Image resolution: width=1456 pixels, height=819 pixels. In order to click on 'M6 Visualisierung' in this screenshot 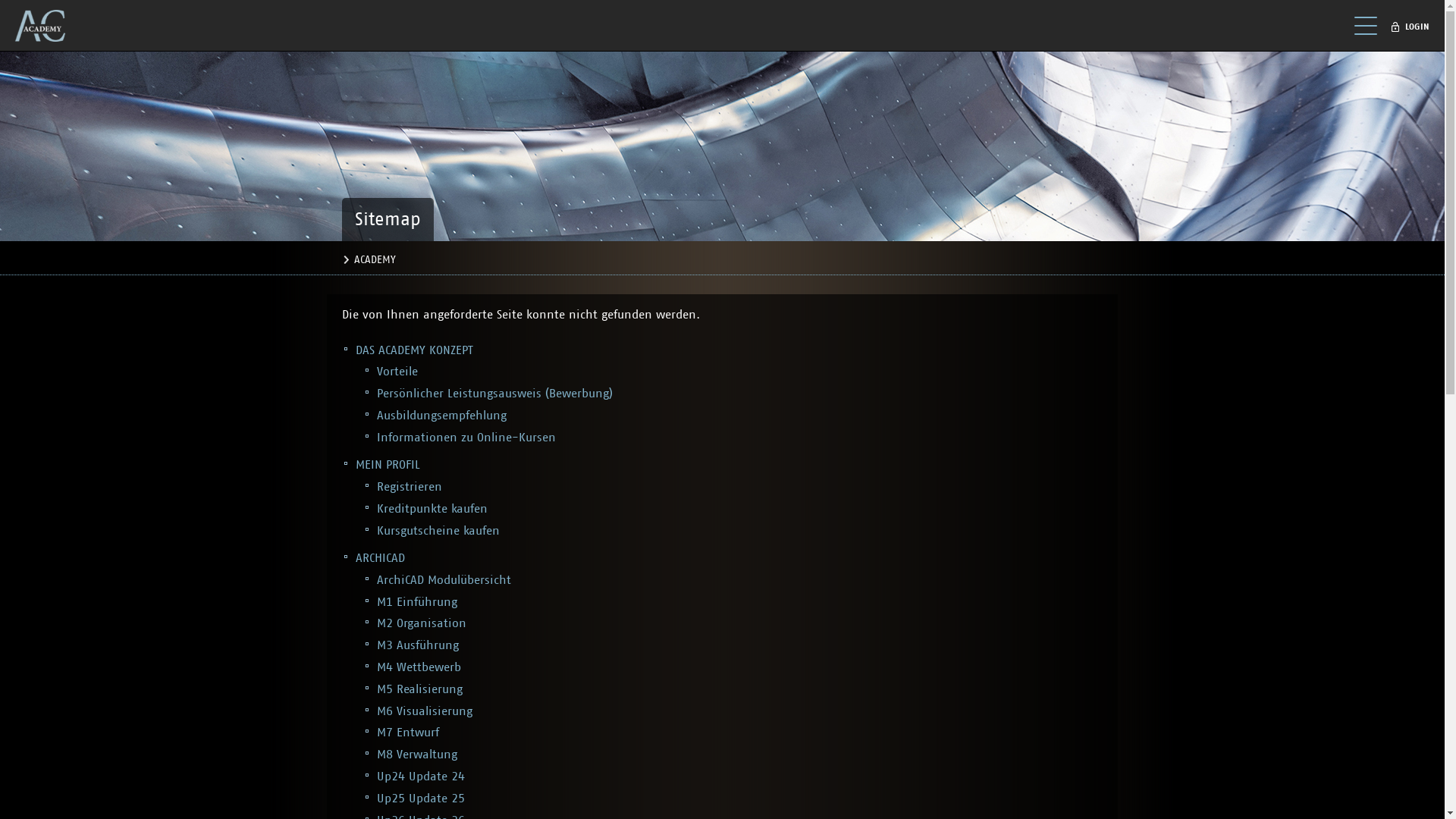, I will do `click(425, 711)`.